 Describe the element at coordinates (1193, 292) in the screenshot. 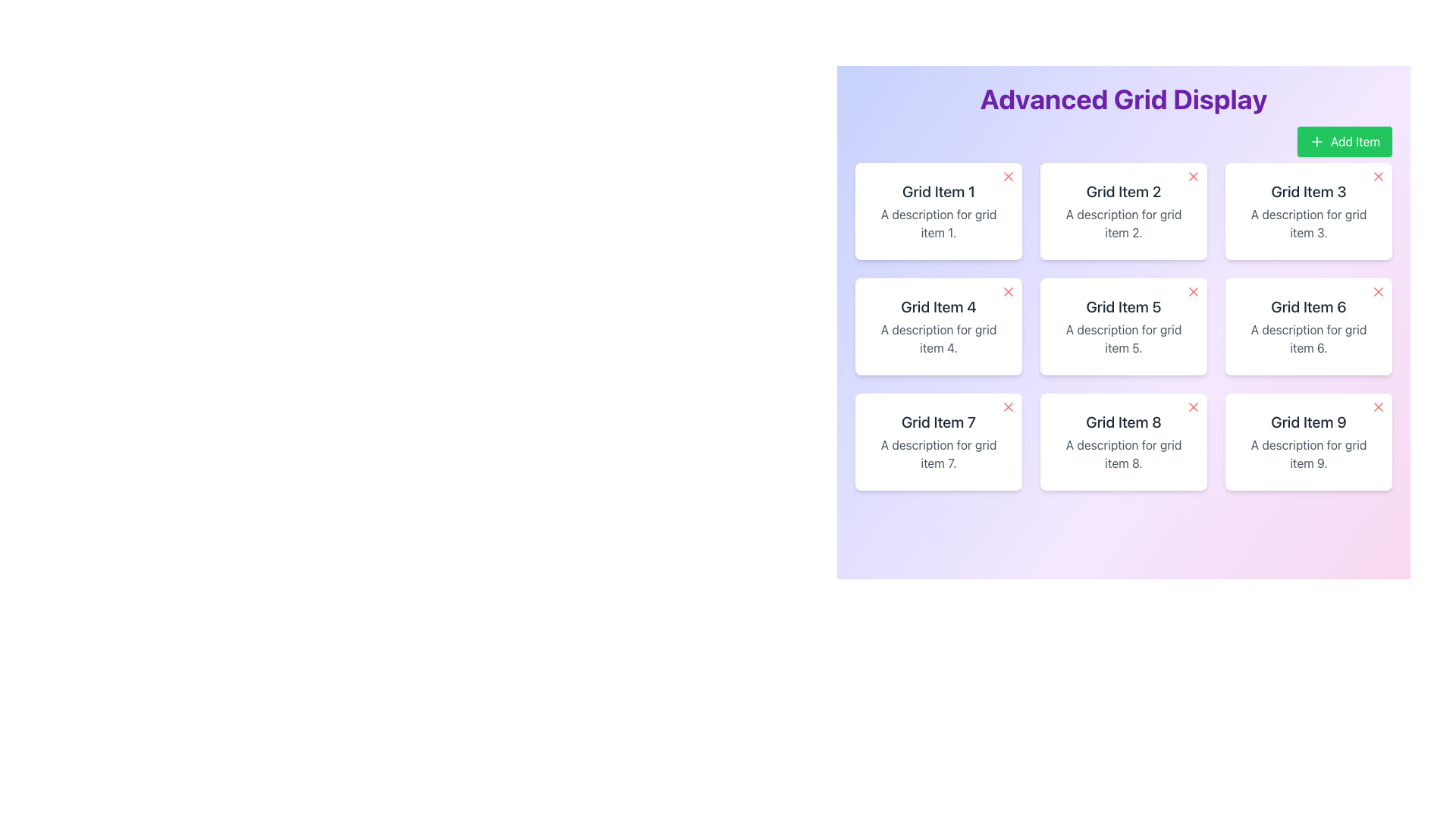

I see `the red 'X' icon located in the top-right corner of 'Grid Item 5'` at that location.